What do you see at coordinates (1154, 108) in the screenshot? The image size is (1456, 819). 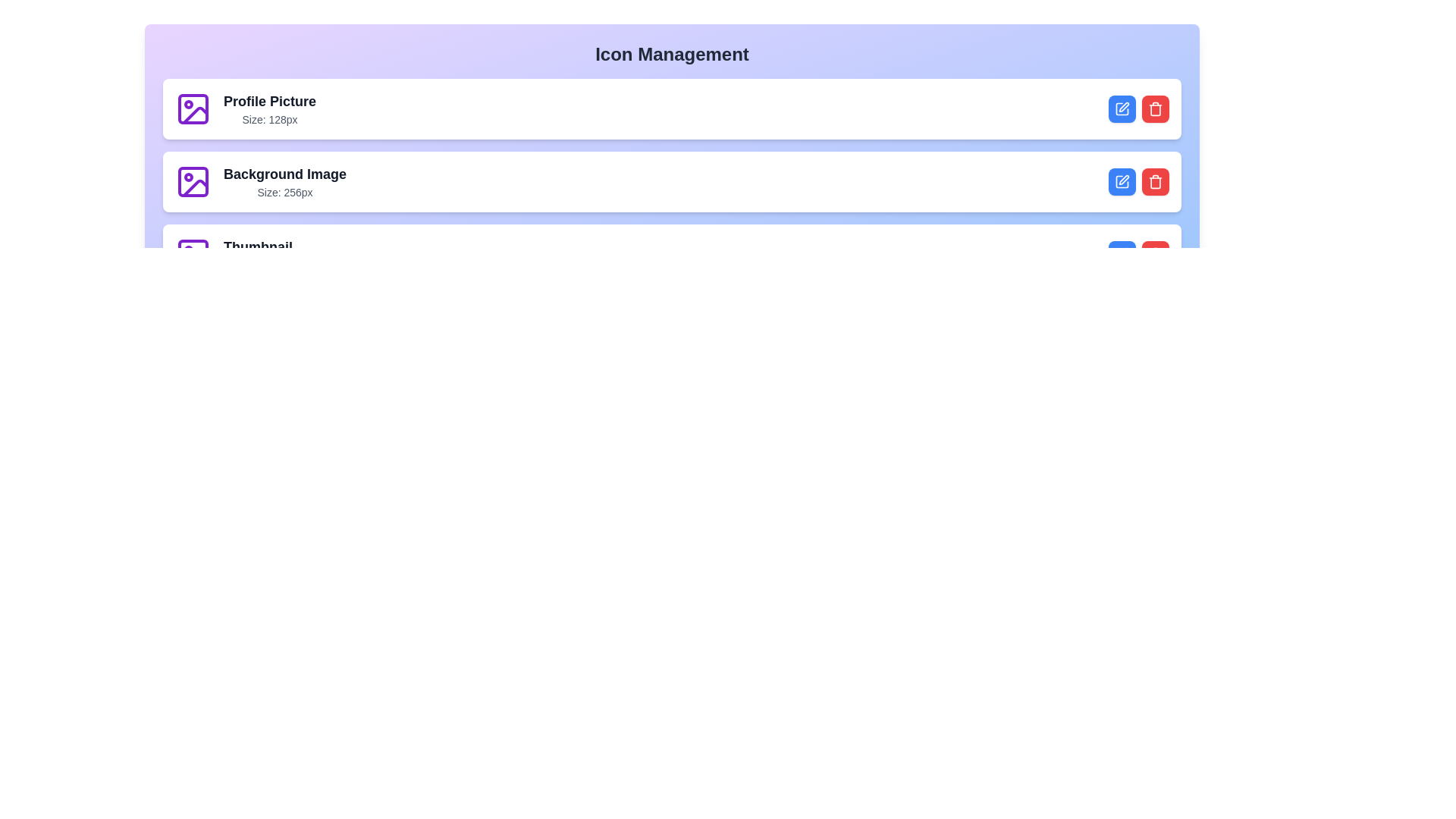 I see `the red trash bin icon button located at the far-right of the second row of listed items to initiate a delete action` at bounding box center [1154, 108].